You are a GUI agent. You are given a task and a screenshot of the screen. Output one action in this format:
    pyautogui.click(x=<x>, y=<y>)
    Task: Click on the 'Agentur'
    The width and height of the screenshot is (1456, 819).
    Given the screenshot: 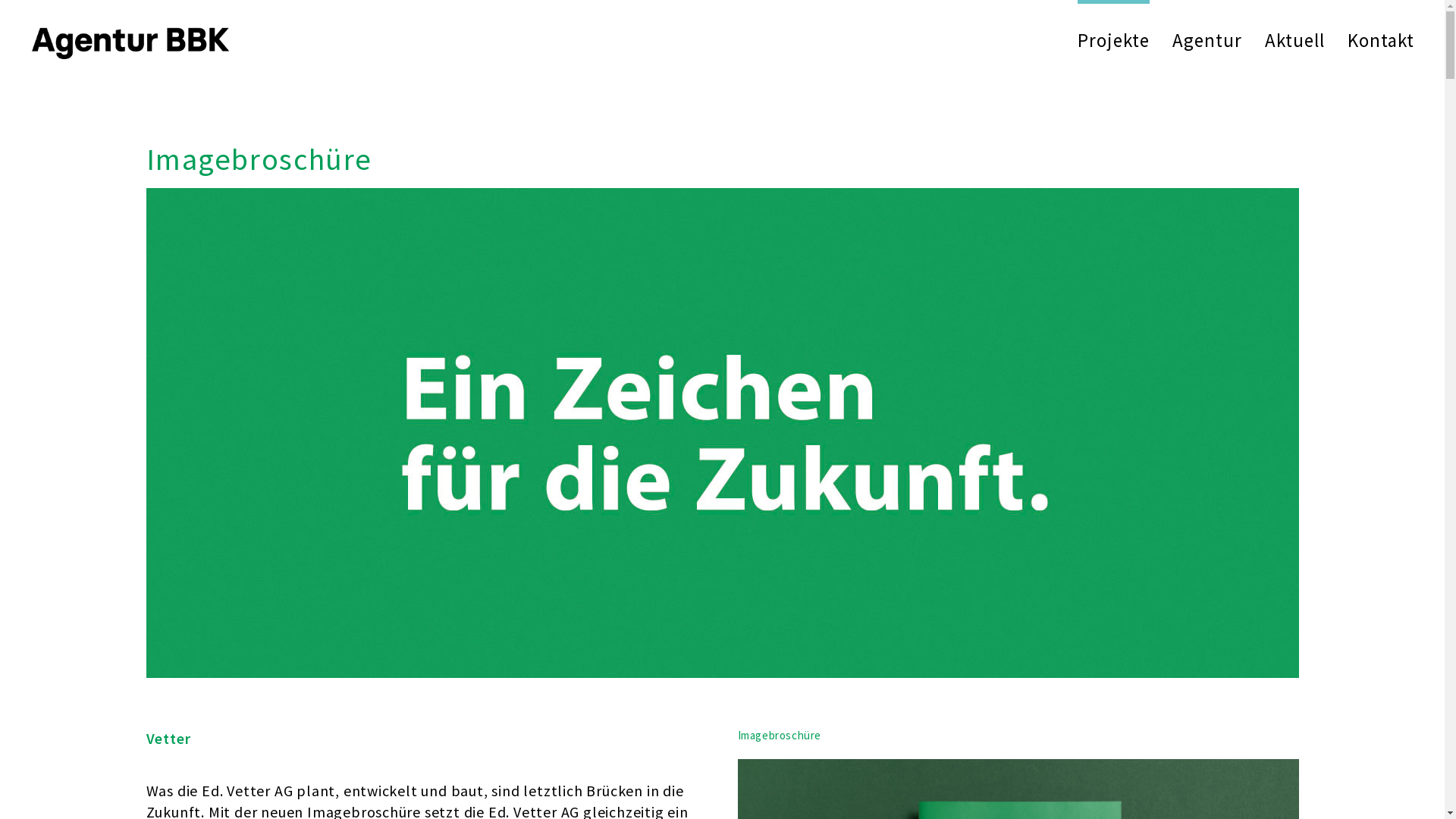 What is the action you would take?
    pyautogui.click(x=1207, y=39)
    